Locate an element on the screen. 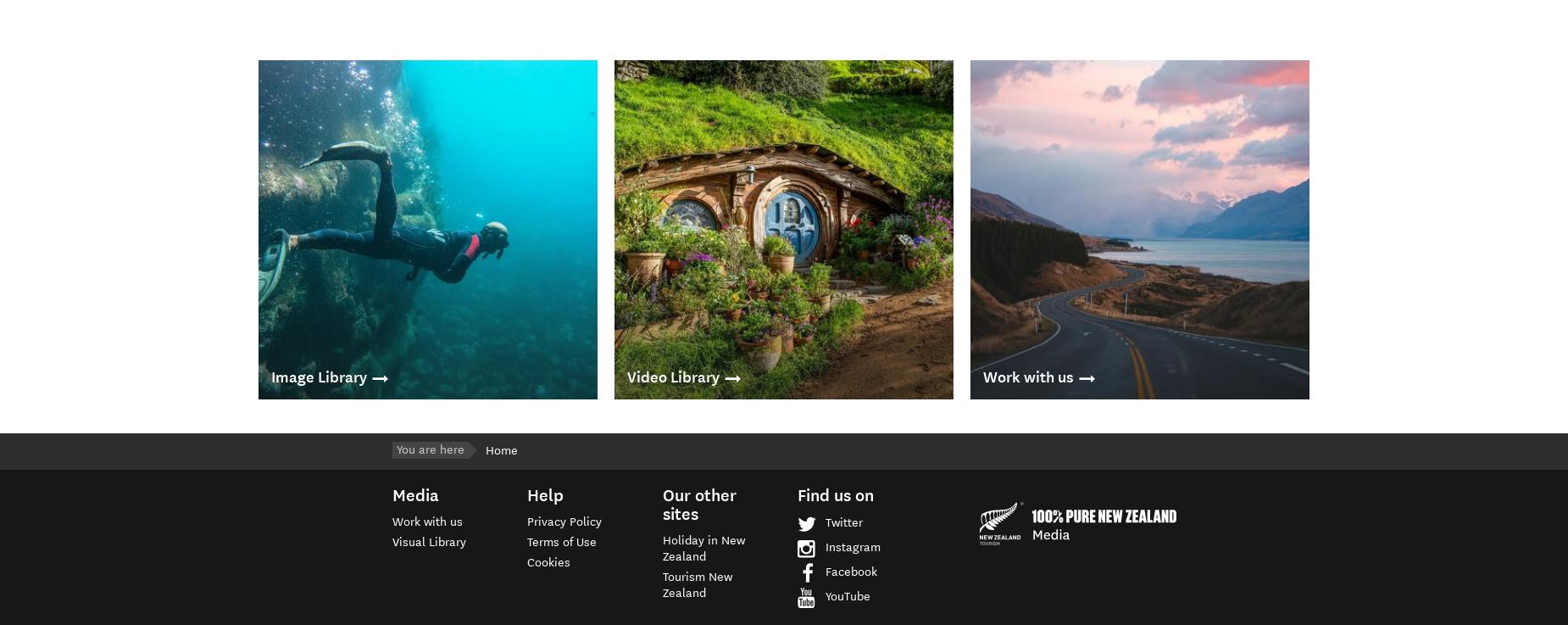  'Find us on' is located at coordinates (796, 494).